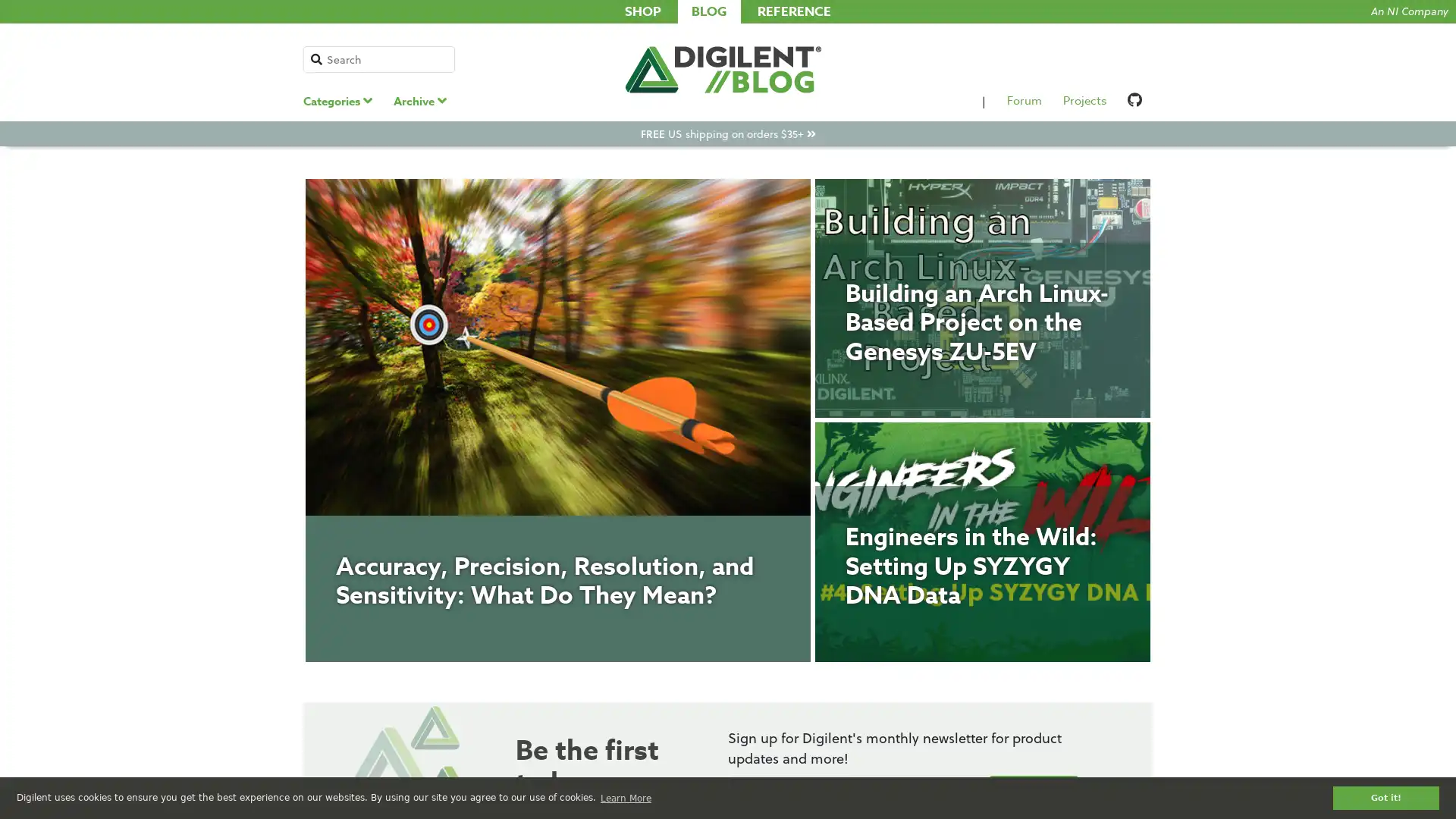  Describe the element at coordinates (1386, 797) in the screenshot. I see `dismiss cookie message` at that location.